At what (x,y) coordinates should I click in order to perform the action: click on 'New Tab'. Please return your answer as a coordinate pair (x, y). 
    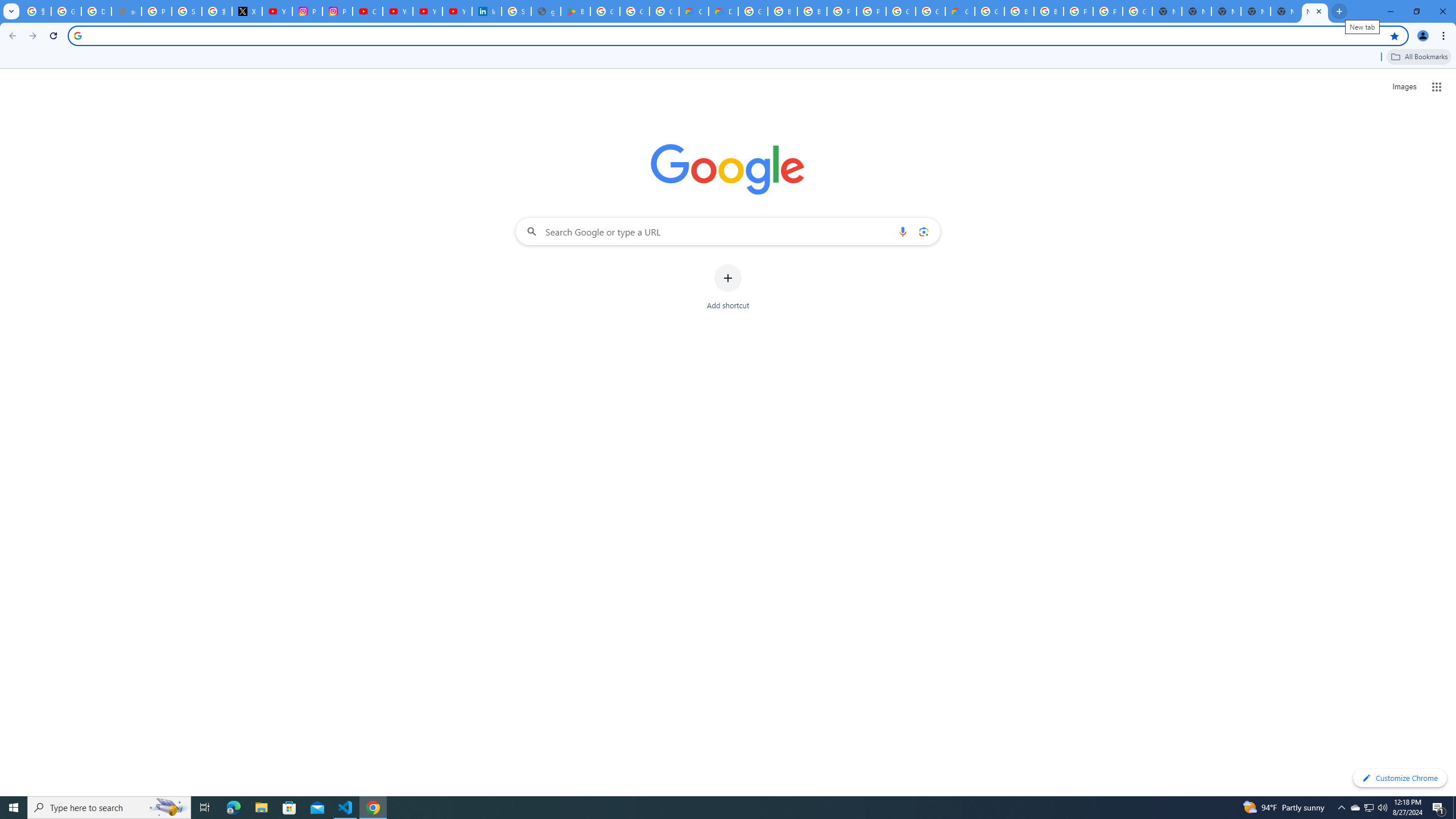
    Looking at the image, I should click on (1256, 11).